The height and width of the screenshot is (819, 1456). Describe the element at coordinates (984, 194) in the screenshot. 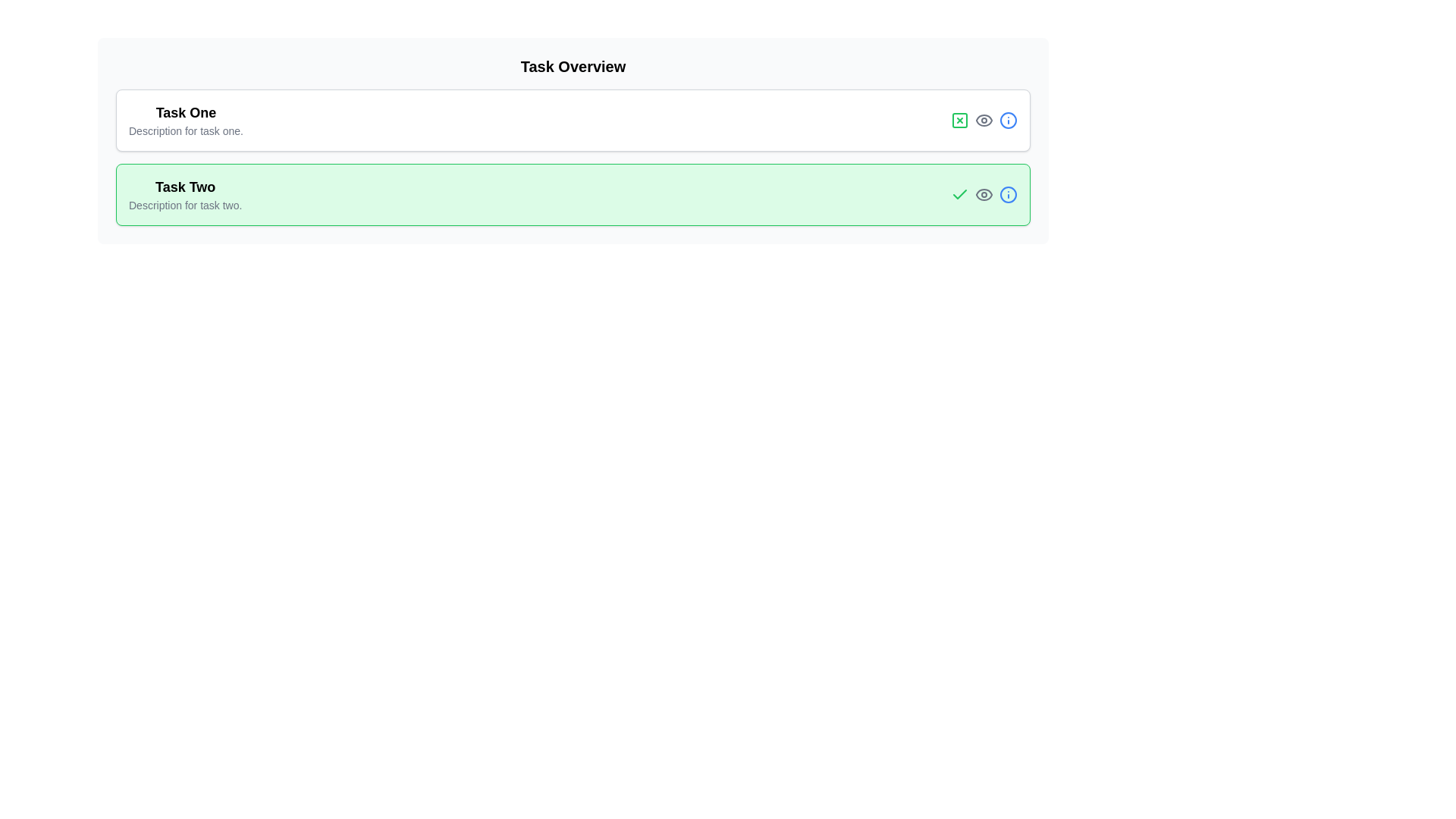

I see `the Icon button that serves as a toggle for visibility settings, located between a green check mark and a blue 'info' icon` at that location.